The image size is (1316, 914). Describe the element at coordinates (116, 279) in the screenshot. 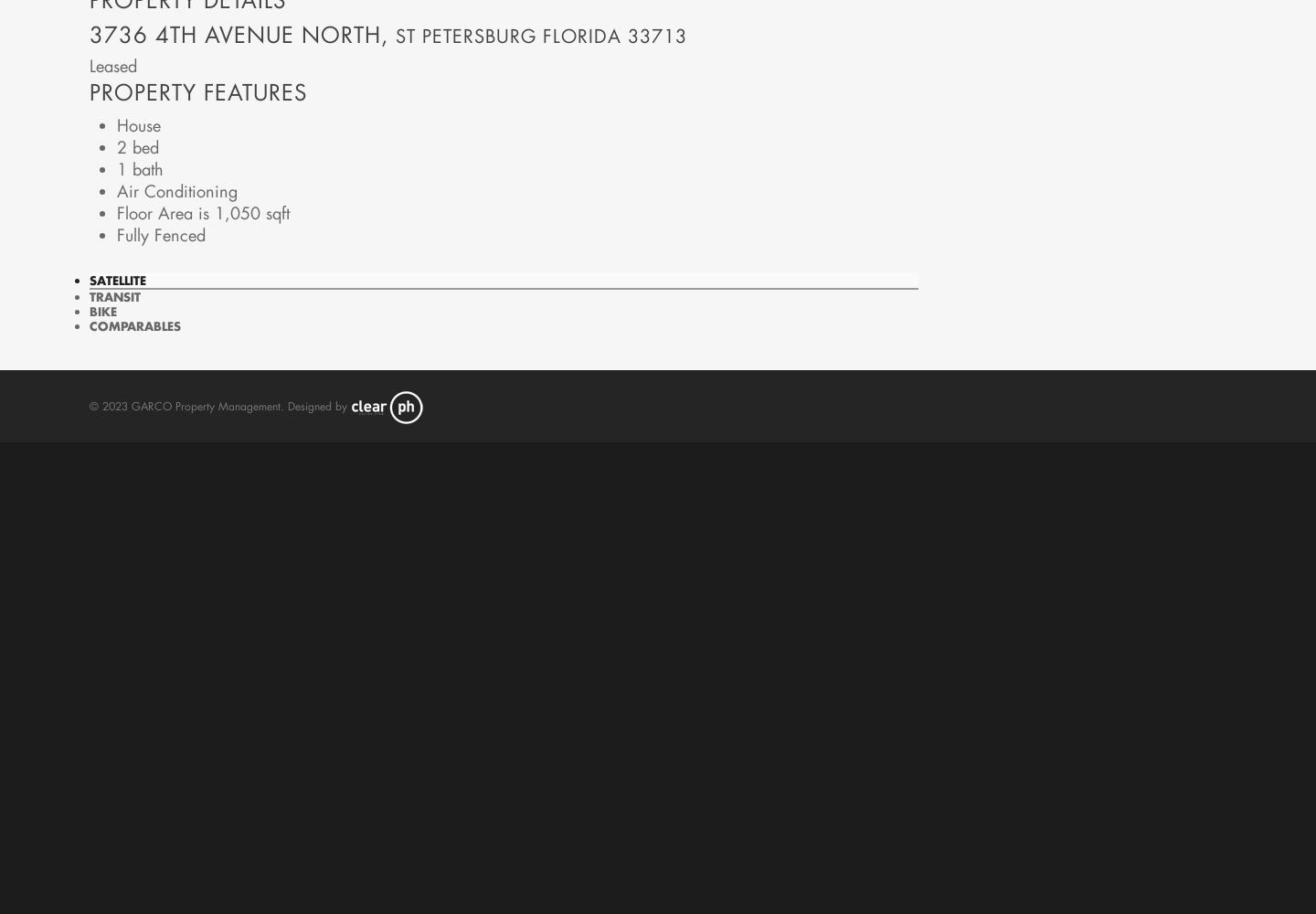

I see `'Satellite'` at that location.